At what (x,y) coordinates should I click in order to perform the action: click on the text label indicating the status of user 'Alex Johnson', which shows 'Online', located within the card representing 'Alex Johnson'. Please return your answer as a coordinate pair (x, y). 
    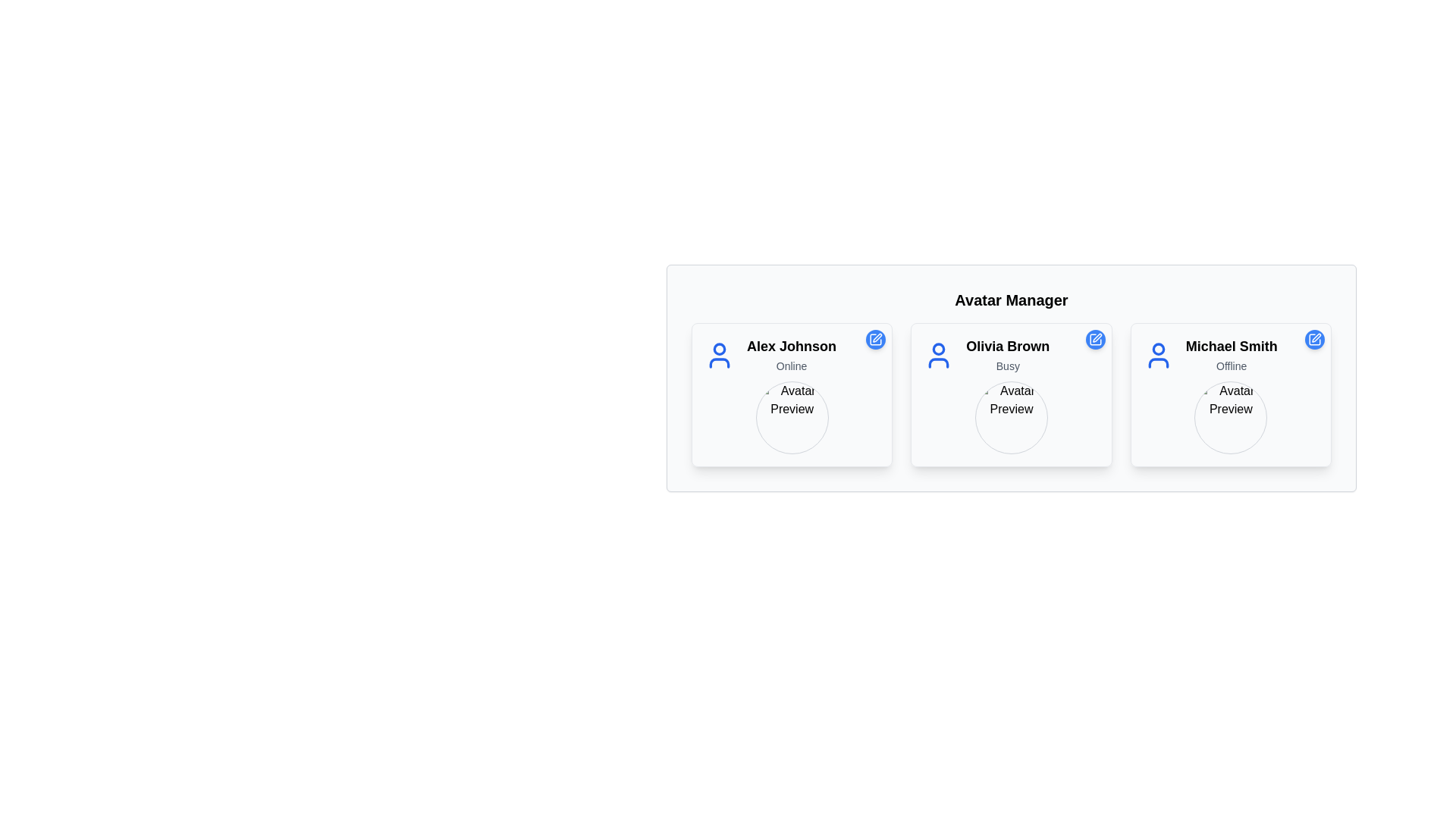
    Looking at the image, I should click on (791, 366).